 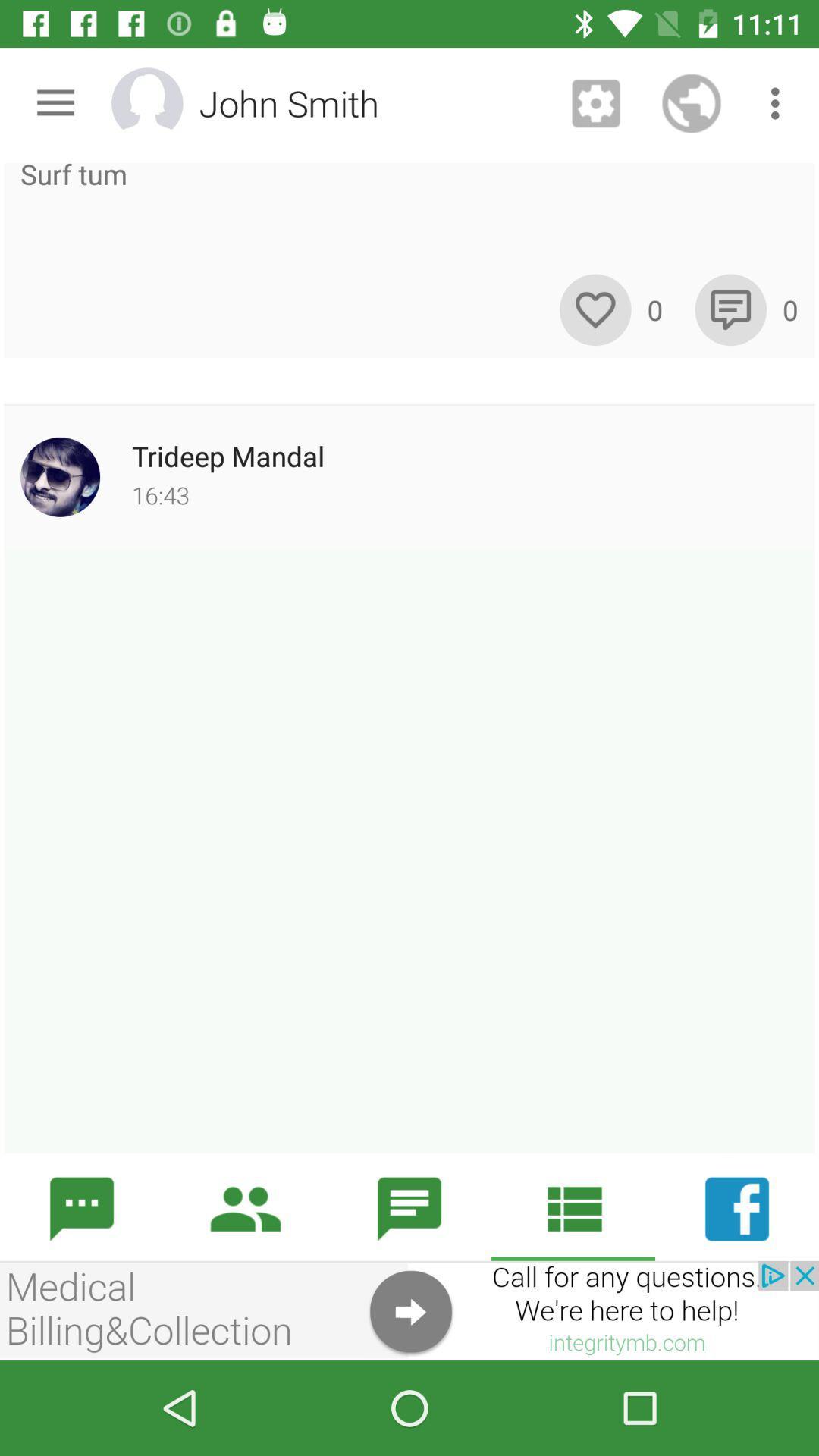 I want to click on click advertisement, so click(x=409, y=1310).